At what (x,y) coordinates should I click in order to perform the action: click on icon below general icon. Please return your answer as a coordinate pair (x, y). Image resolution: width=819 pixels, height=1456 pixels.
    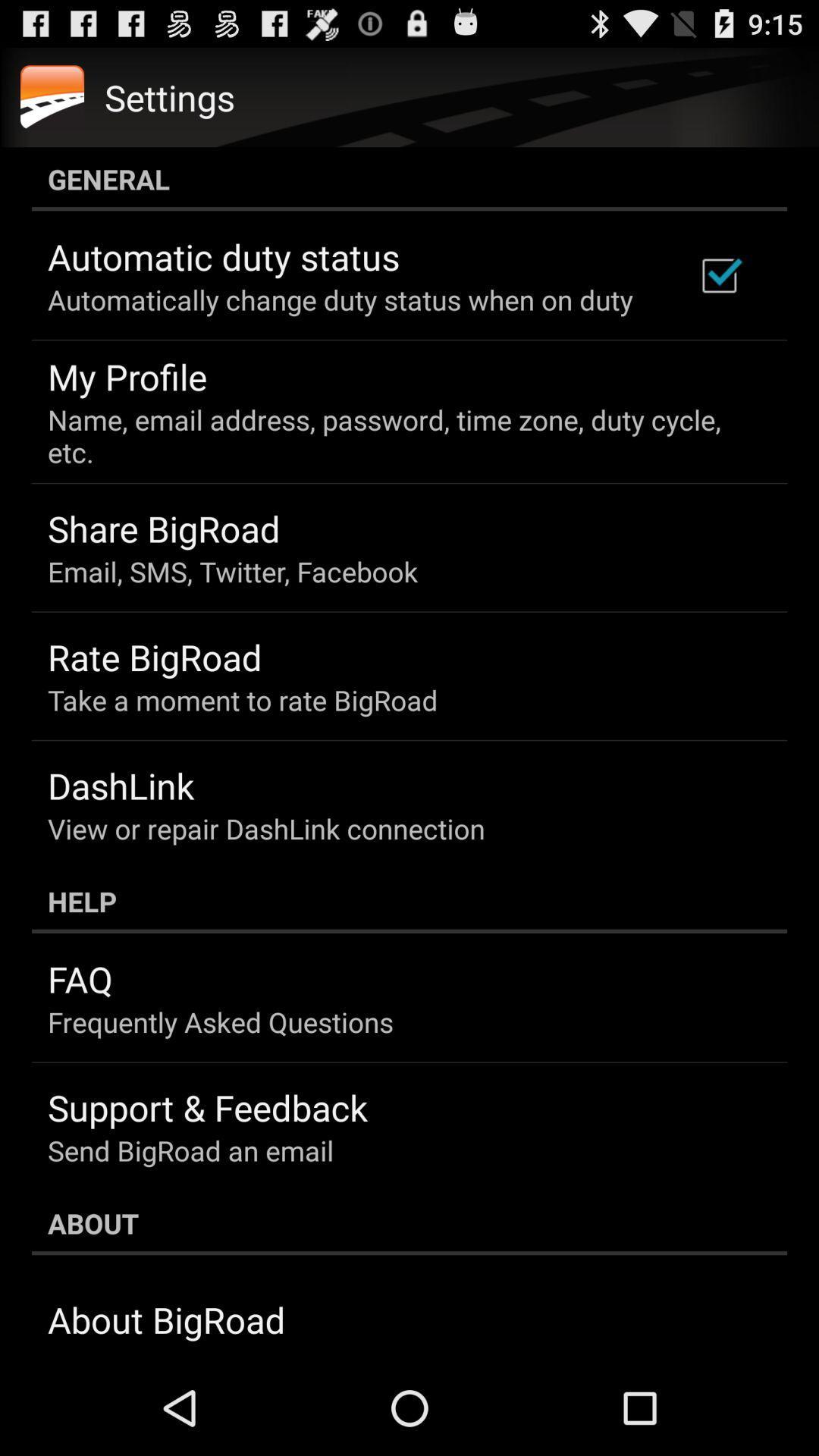
    Looking at the image, I should click on (718, 275).